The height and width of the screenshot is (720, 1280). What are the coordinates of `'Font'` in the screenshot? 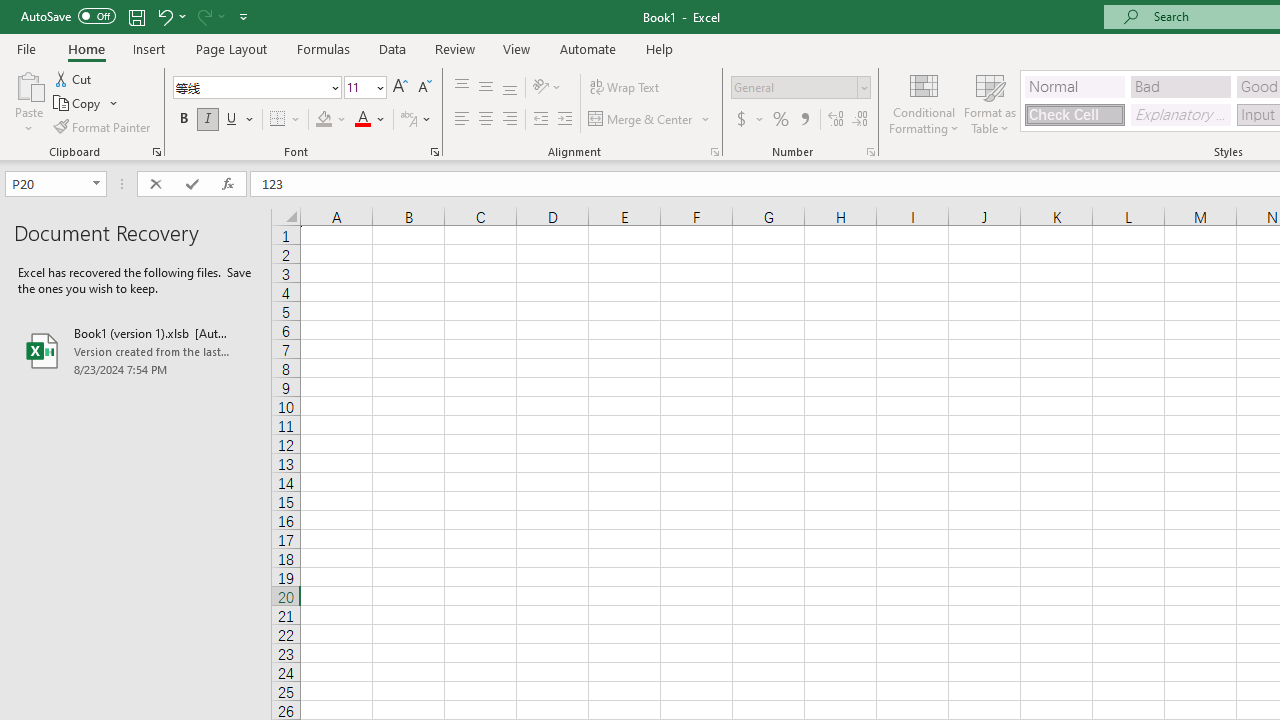 It's located at (256, 86).